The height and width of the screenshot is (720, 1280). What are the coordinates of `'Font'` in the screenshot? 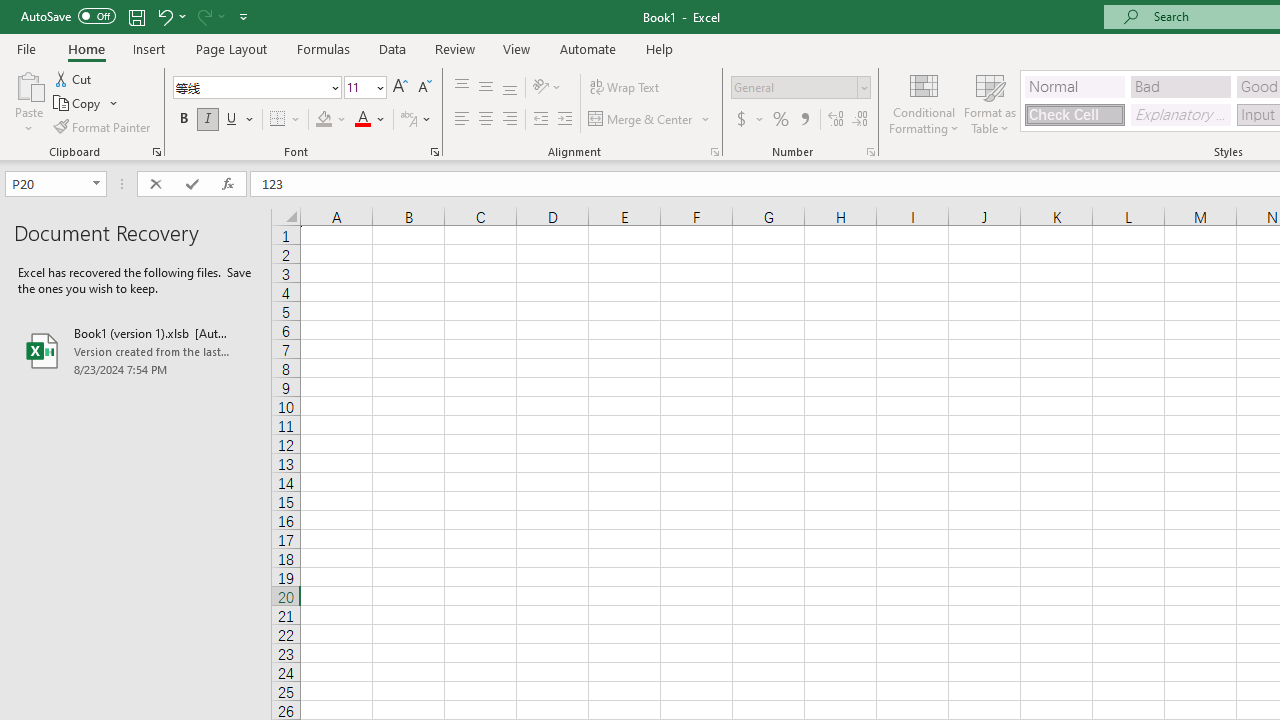 It's located at (256, 86).